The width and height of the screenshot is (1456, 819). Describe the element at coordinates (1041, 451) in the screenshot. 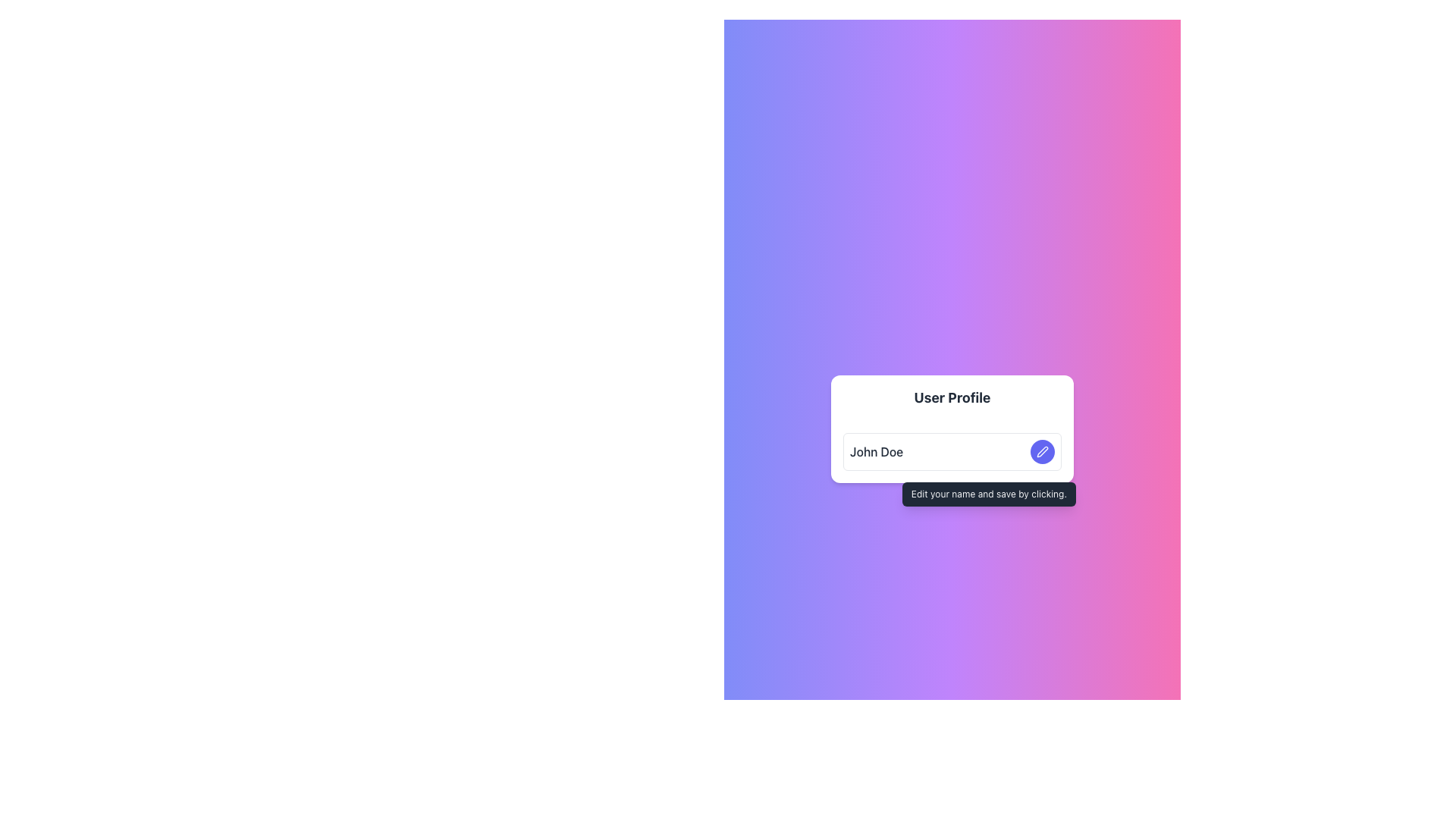

I see `the icon within the circular button located to the right of the 'John Doe' text field` at that location.